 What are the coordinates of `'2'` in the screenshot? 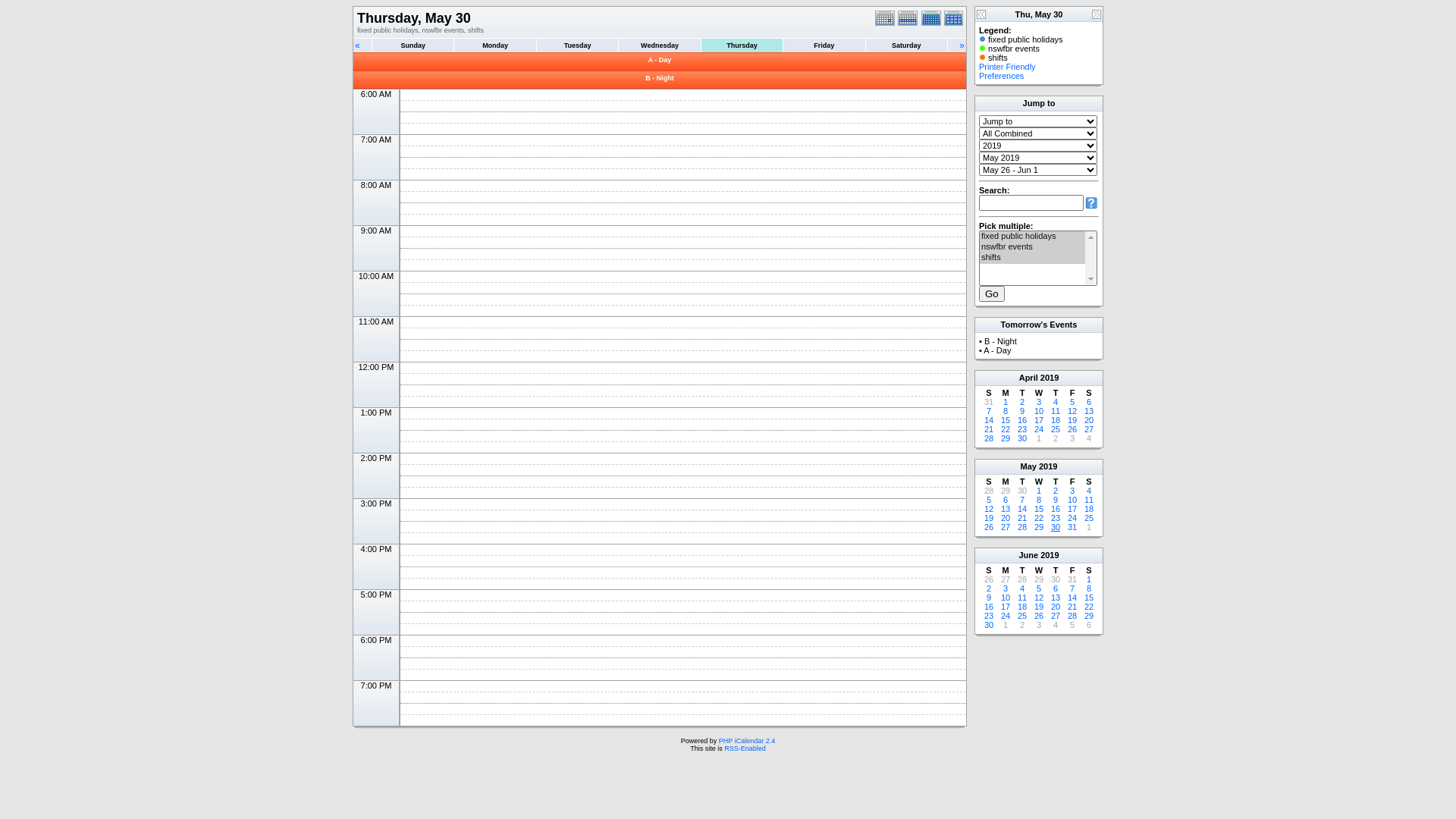 It's located at (1052, 438).